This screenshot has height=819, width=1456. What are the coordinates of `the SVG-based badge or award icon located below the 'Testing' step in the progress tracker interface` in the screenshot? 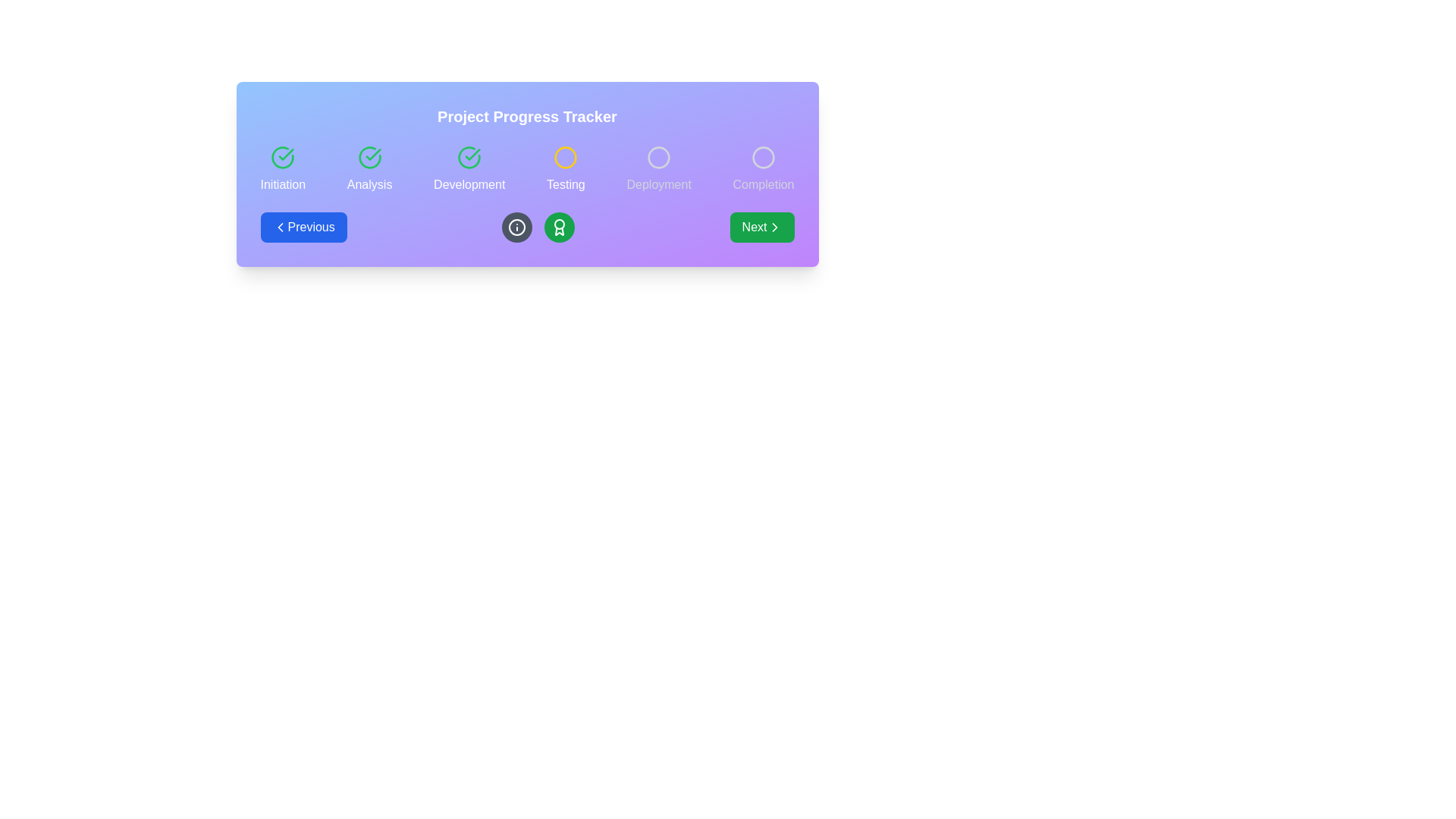 It's located at (559, 231).